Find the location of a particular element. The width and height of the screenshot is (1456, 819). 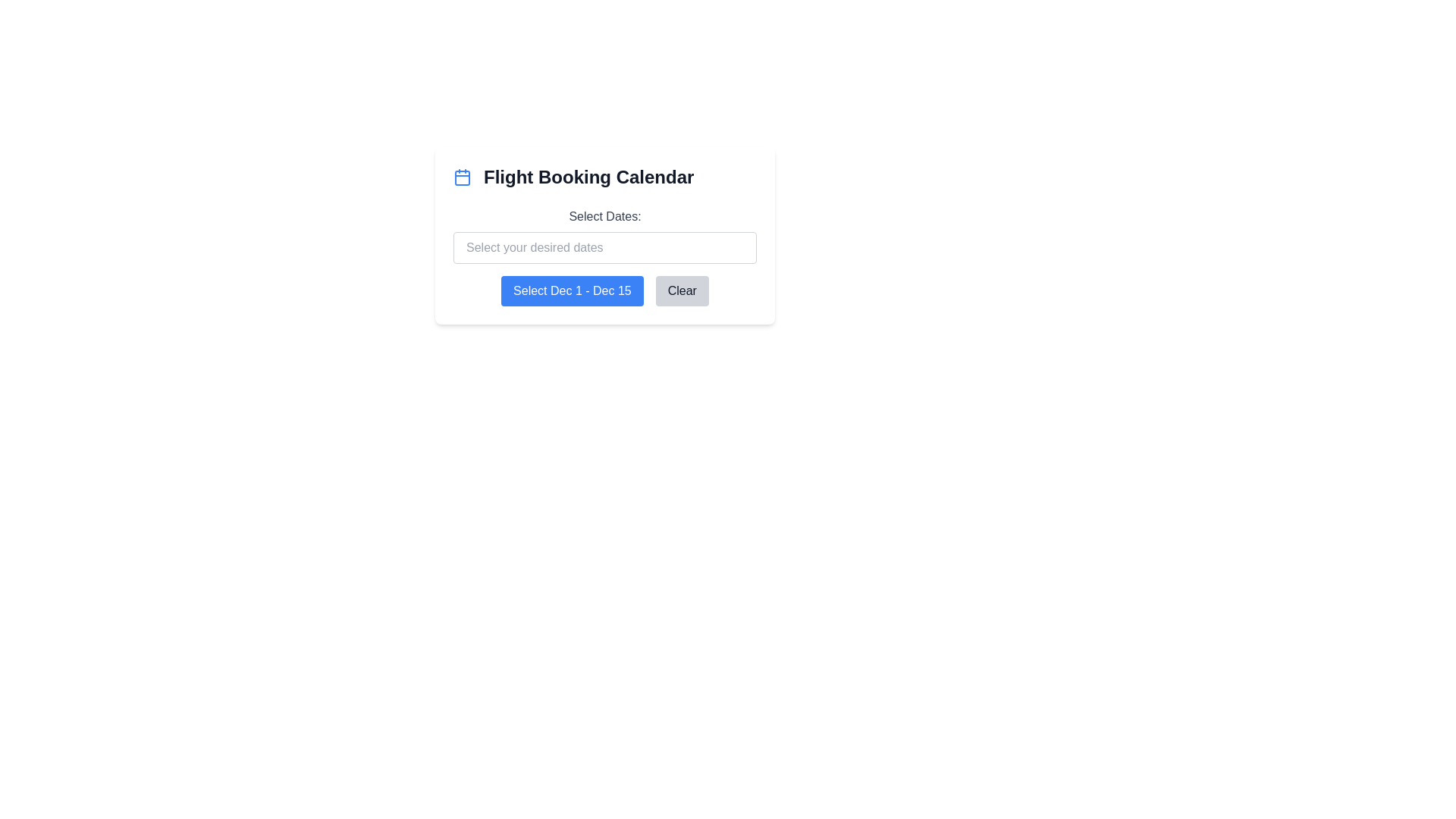

the calendar icon located to the left of the 'Flight Booking Calendar' text is located at coordinates (461, 177).